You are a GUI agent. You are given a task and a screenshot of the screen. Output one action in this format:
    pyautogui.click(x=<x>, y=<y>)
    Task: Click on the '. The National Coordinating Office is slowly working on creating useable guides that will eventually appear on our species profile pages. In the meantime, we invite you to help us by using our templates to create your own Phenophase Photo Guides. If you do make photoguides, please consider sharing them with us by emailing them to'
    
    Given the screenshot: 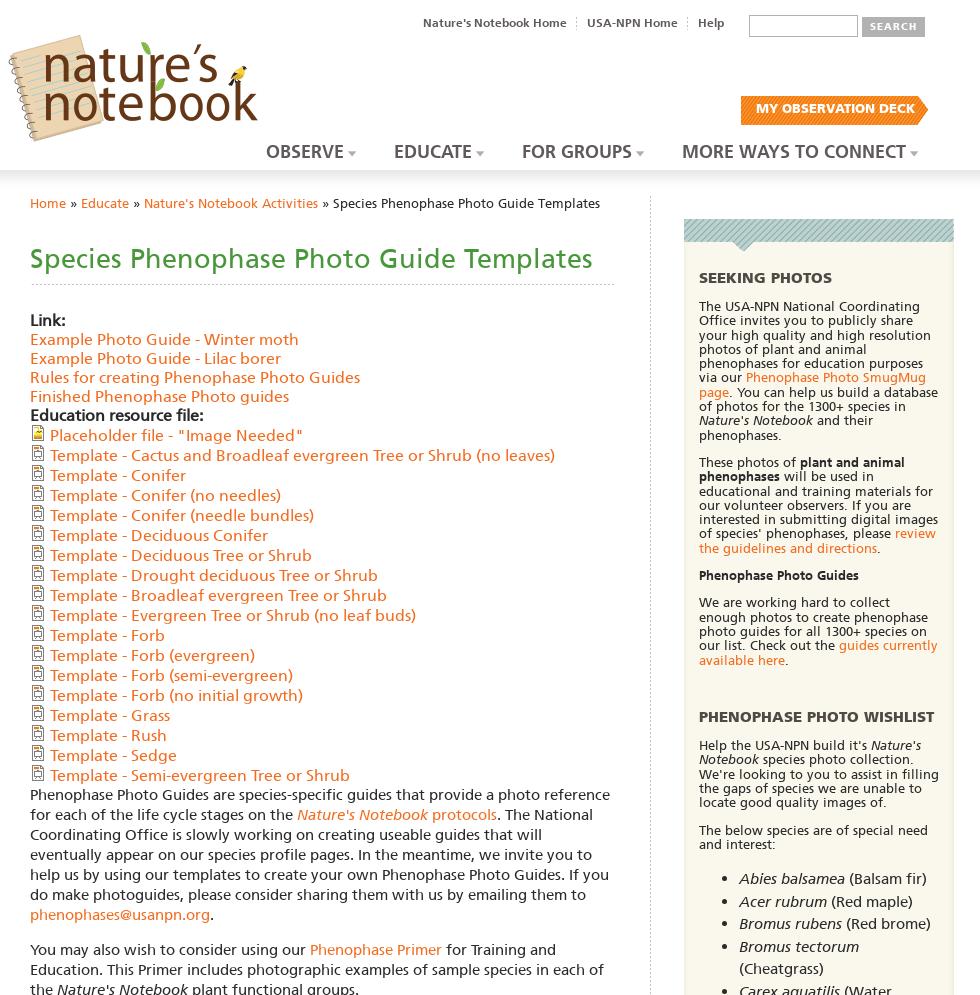 What is the action you would take?
    pyautogui.click(x=319, y=854)
    